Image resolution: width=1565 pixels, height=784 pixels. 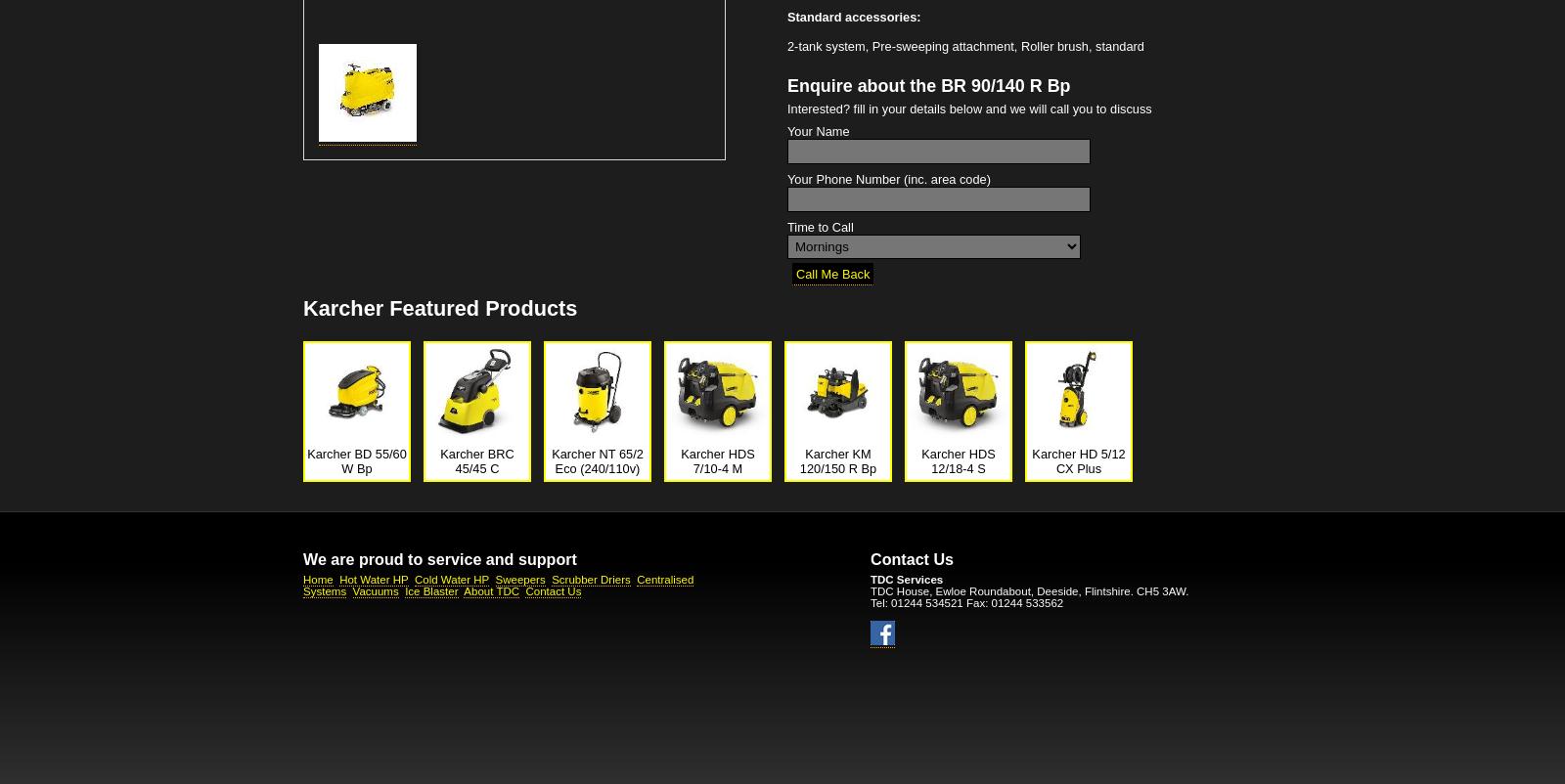 I want to click on '2-tank system, Pre-sweeping attachment, Roller brush, standard', so click(x=964, y=45).